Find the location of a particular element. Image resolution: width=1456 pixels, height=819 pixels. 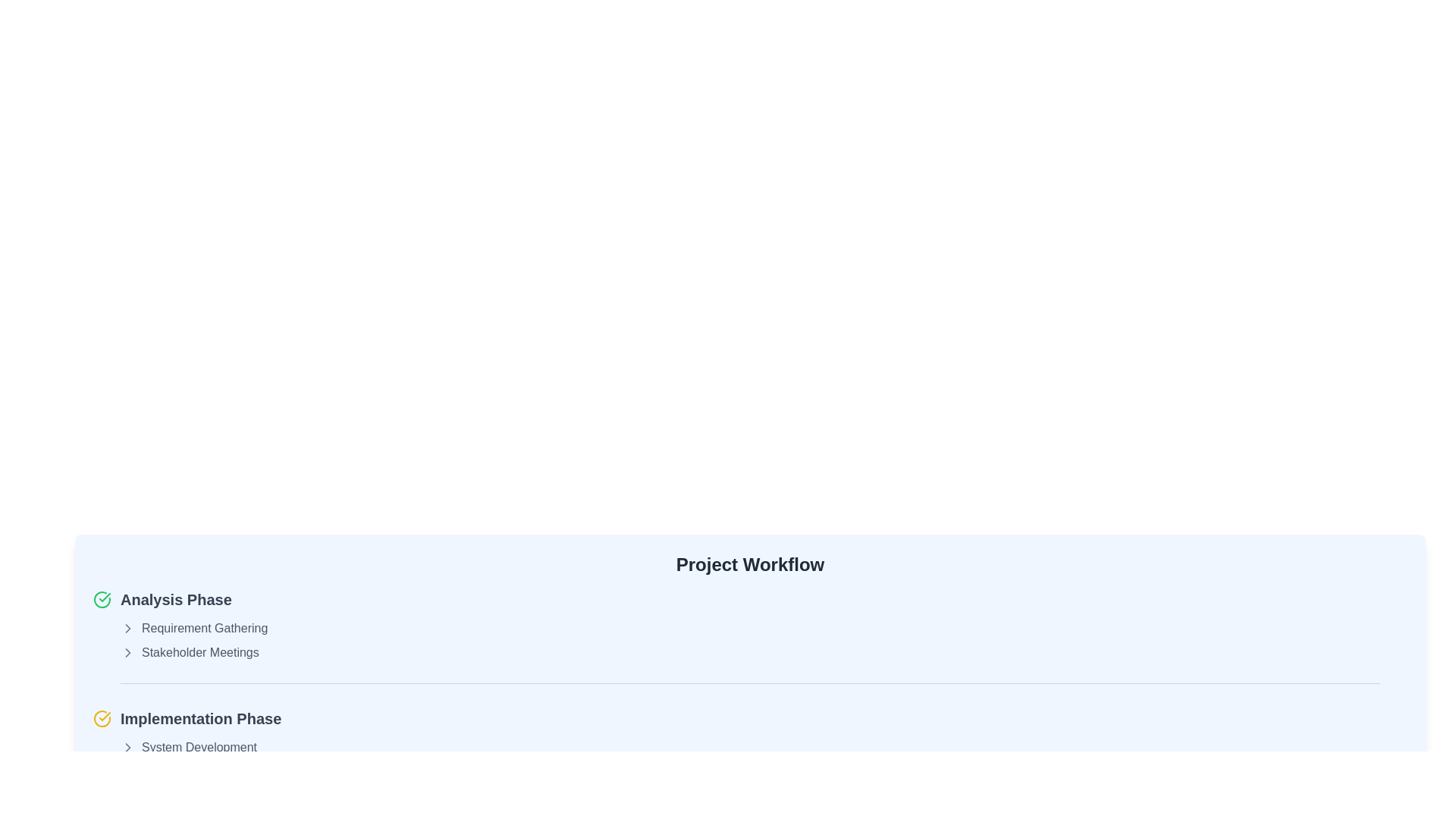

the circular icon with a green checkmark inside it, located at the leftmost side of the 'Analysis Phase' section is located at coordinates (101, 598).